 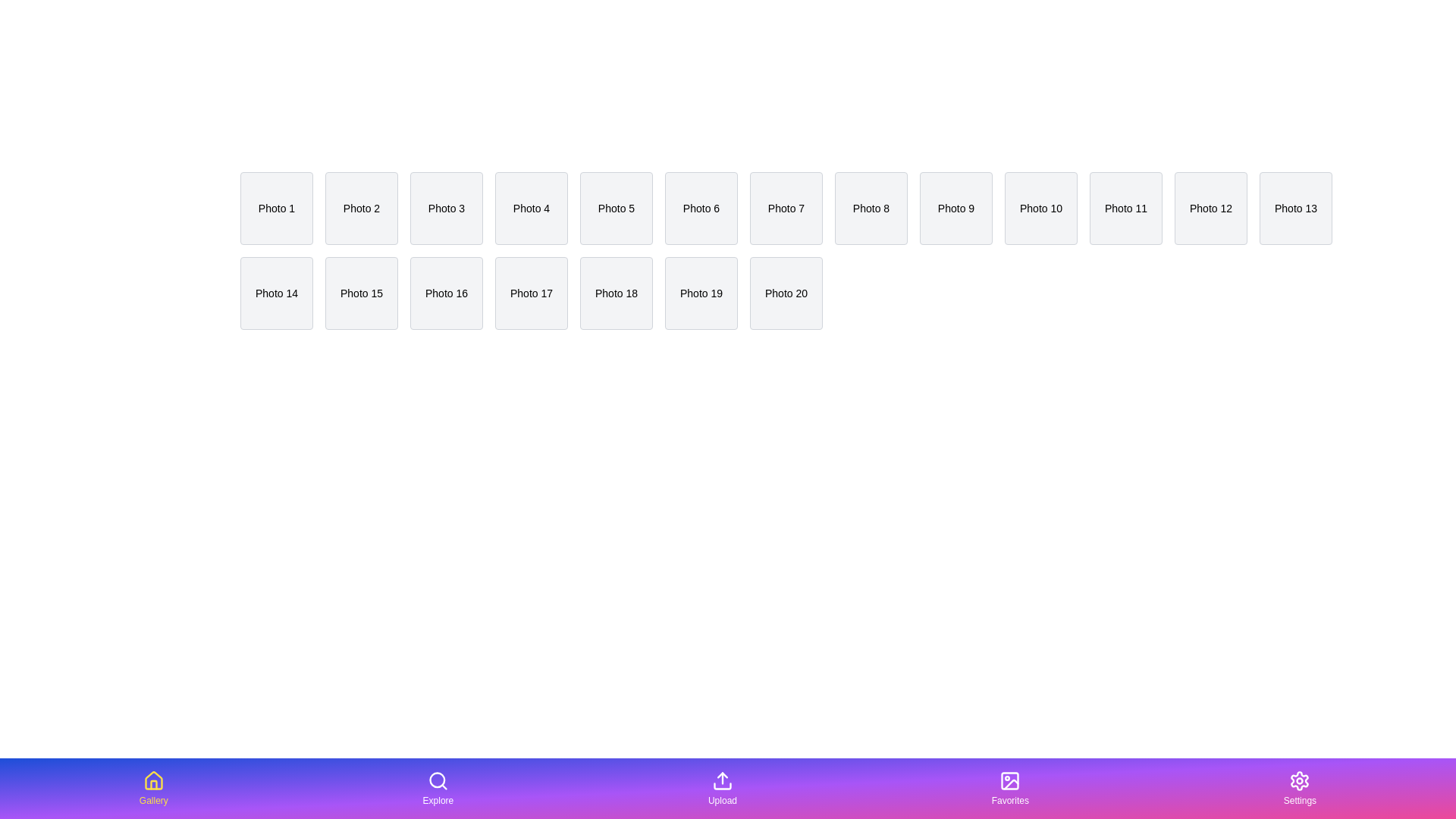 I want to click on the tab labeled Gallery in the bottom navigation bar, so click(x=152, y=788).